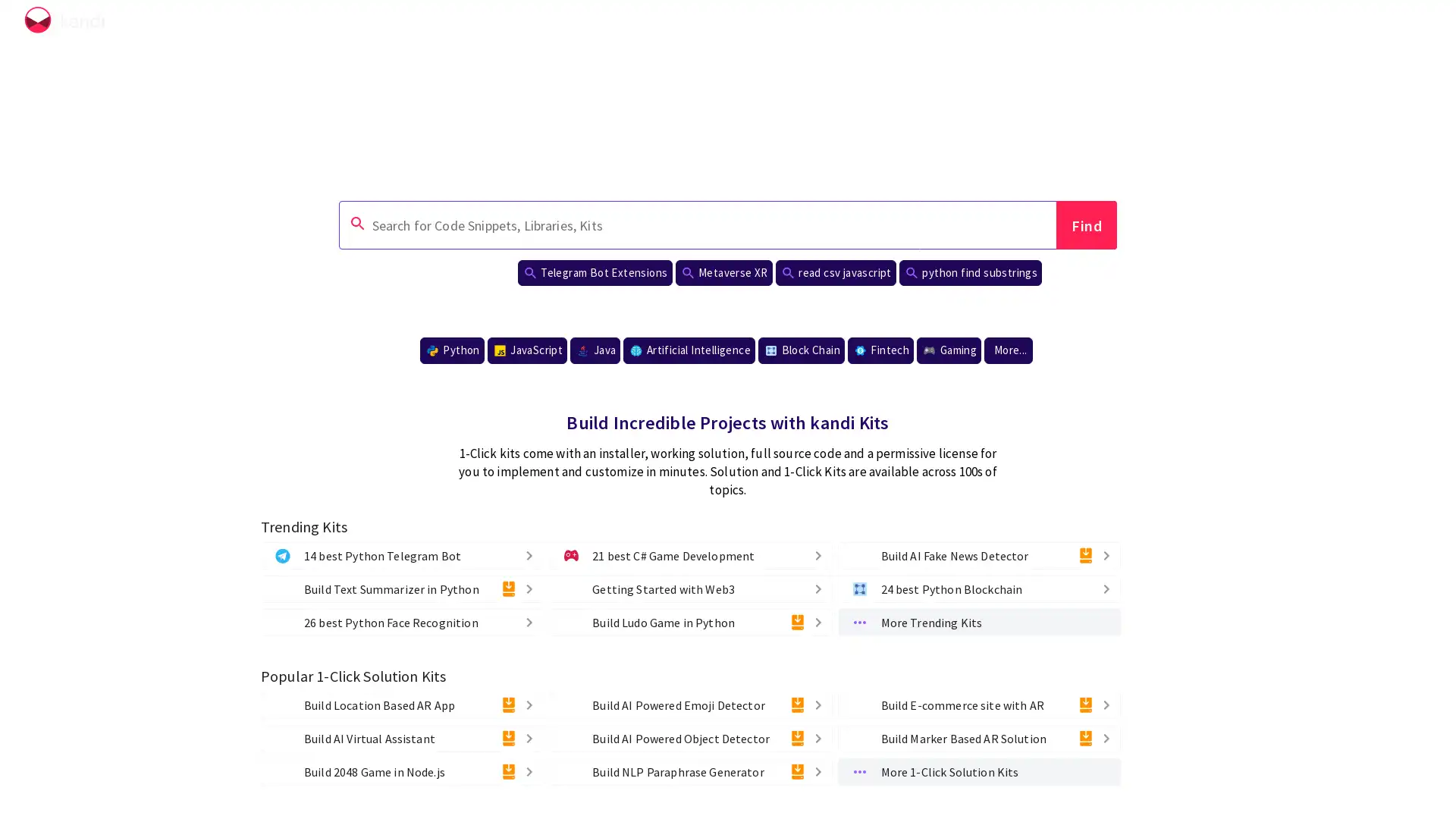  What do you see at coordinates (689, 704) in the screenshot?
I see `hand-emoji-detector Build AI Powered Emoji Detector` at bounding box center [689, 704].